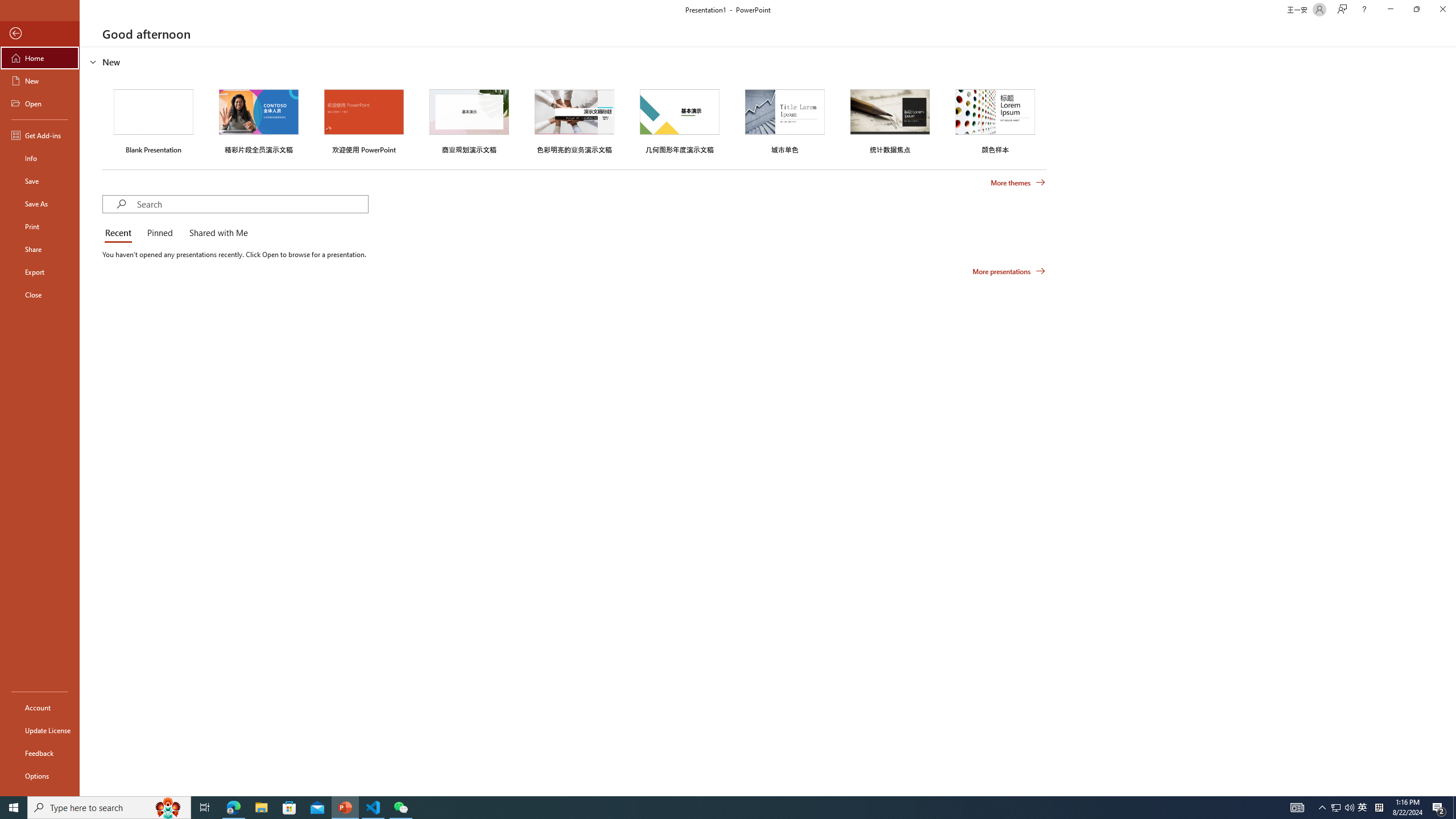 This screenshot has width=1456, height=819. Describe the element at coordinates (1017, 183) in the screenshot. I see `'More themes'` at that location.